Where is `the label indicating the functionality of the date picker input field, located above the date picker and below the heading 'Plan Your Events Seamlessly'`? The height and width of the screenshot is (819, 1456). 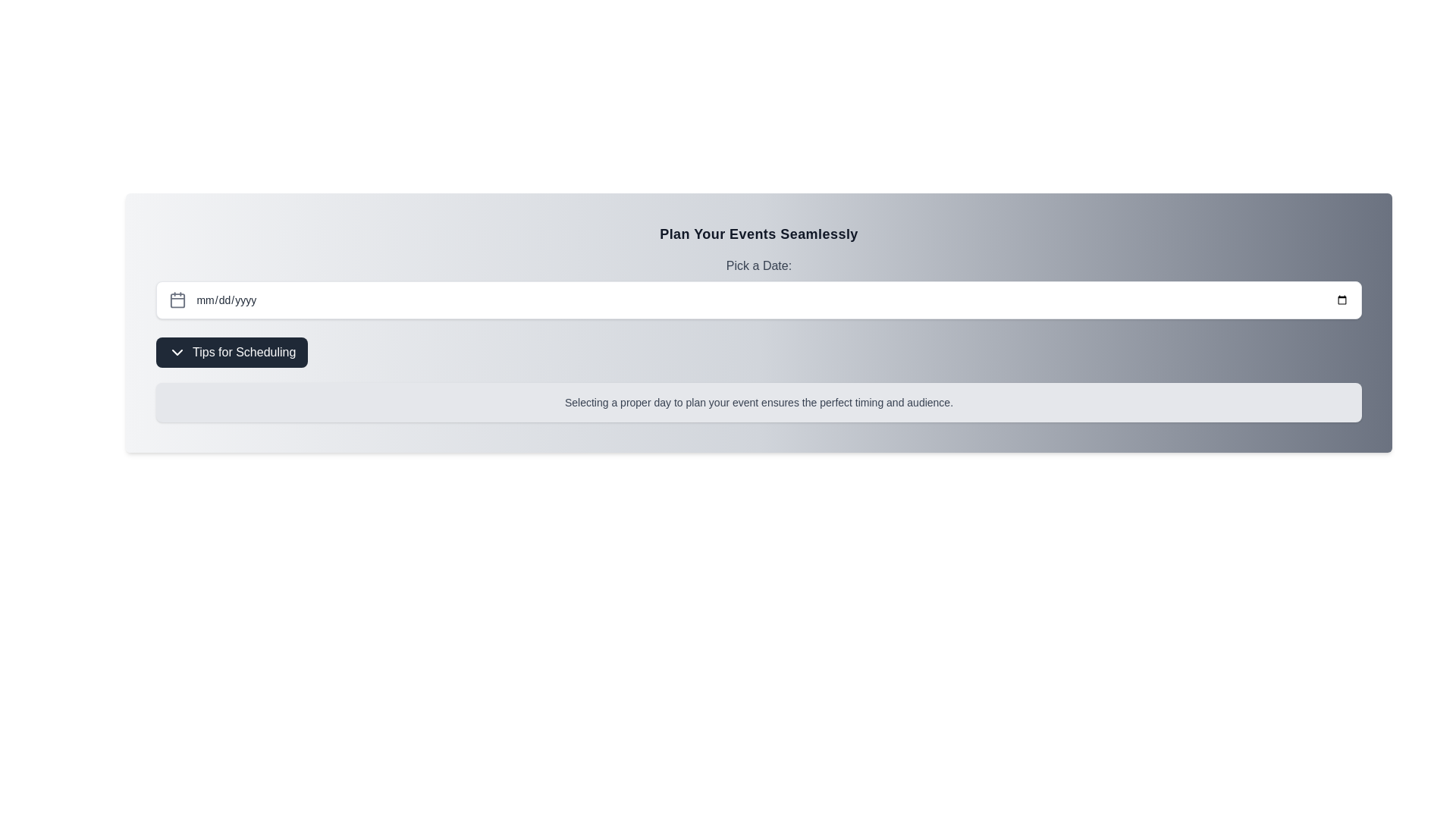
the label indicating the functionality of the date picker input field, located above the date picker and below the heading 'Plan Your Events Seamlessly' is located at coordinates (759, 288).